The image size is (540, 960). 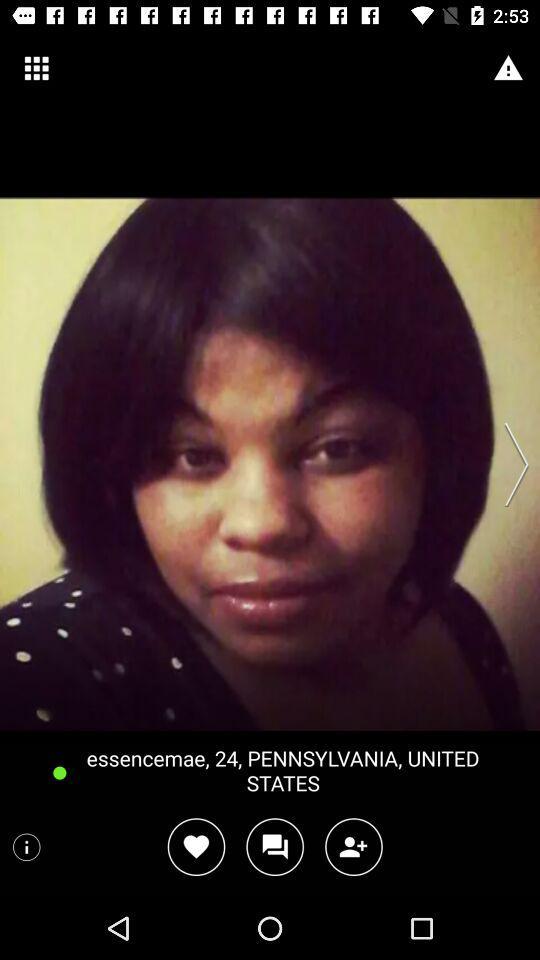 What do you see at coordinates (510, 464) in the screenshot?
I see `go next page` at bounding box center [510, 464].